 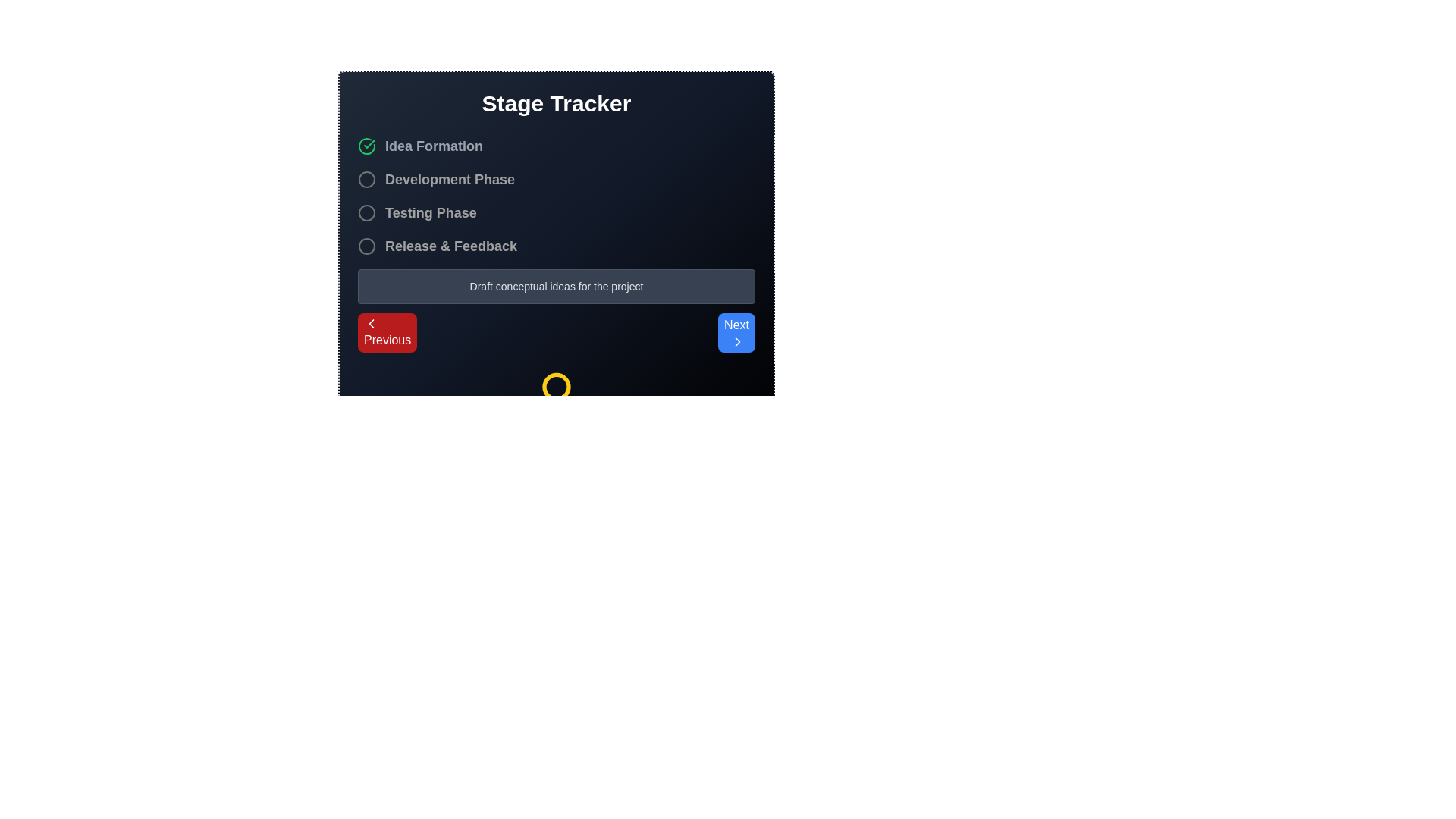 What do you see at coordinates (371, 323) in the screenshot?
I see `the leftward-pointing chevron icon within the 'Previous' button` at bounding box center [371, 323].